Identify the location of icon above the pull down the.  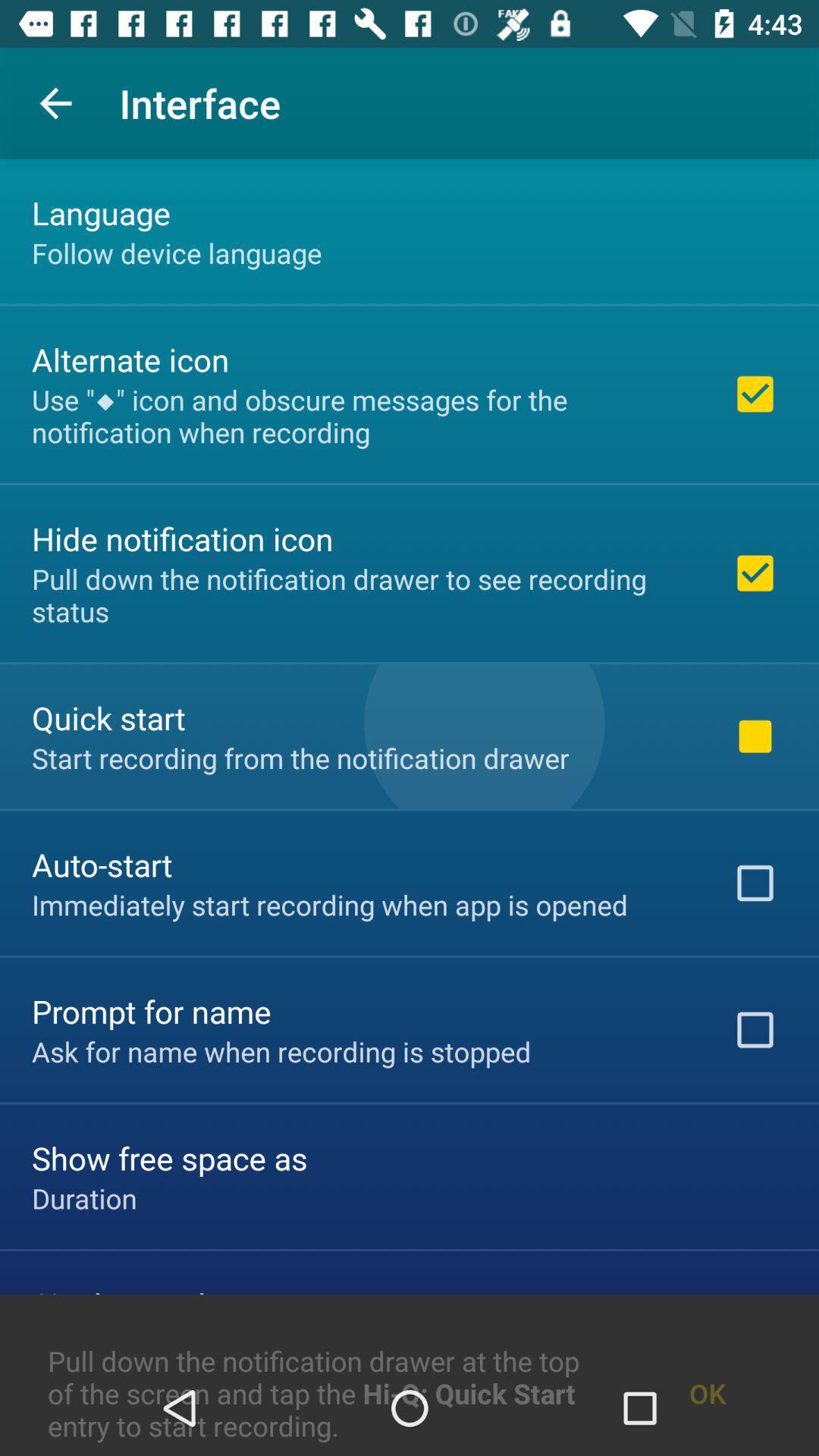
(84, 1197).